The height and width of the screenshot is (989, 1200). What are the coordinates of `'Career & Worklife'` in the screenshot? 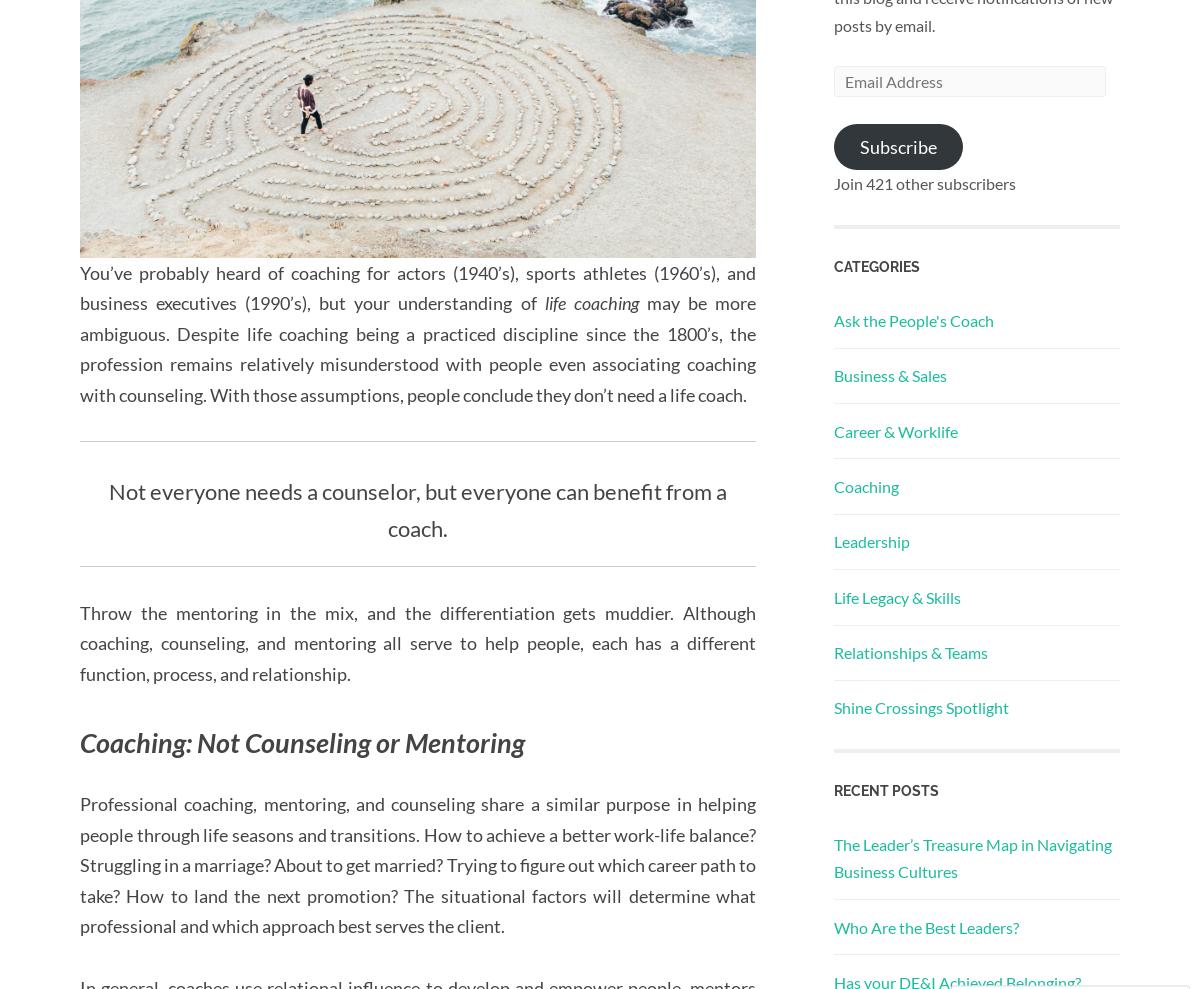 It's located at (895, 430).